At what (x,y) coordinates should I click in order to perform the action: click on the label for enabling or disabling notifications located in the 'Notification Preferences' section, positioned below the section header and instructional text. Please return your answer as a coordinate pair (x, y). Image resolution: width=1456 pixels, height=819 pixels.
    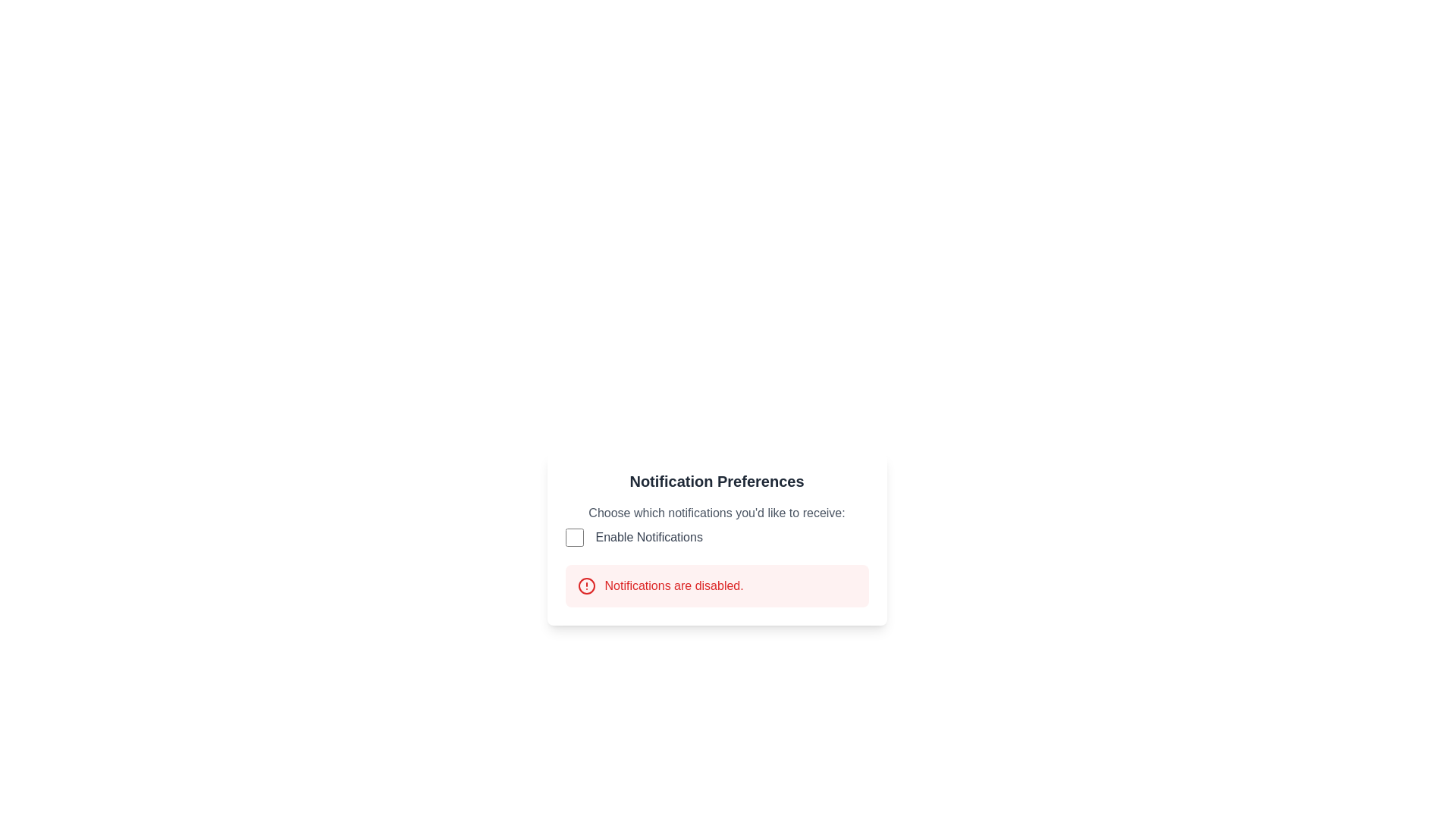
    Looking at the image, I should click on (649, 537).